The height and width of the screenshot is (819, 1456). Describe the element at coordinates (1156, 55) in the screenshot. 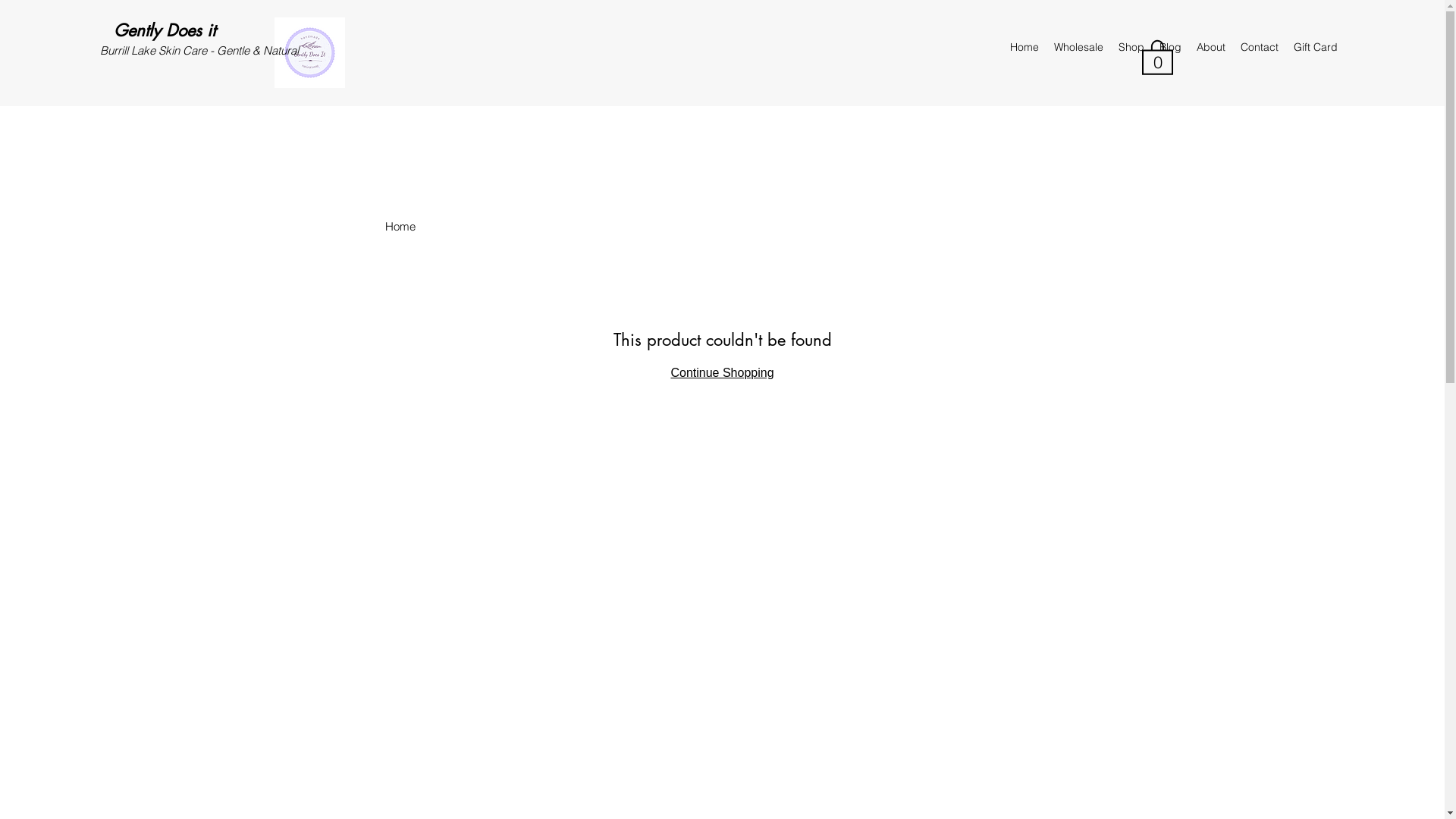

I see `'0'` at that location.